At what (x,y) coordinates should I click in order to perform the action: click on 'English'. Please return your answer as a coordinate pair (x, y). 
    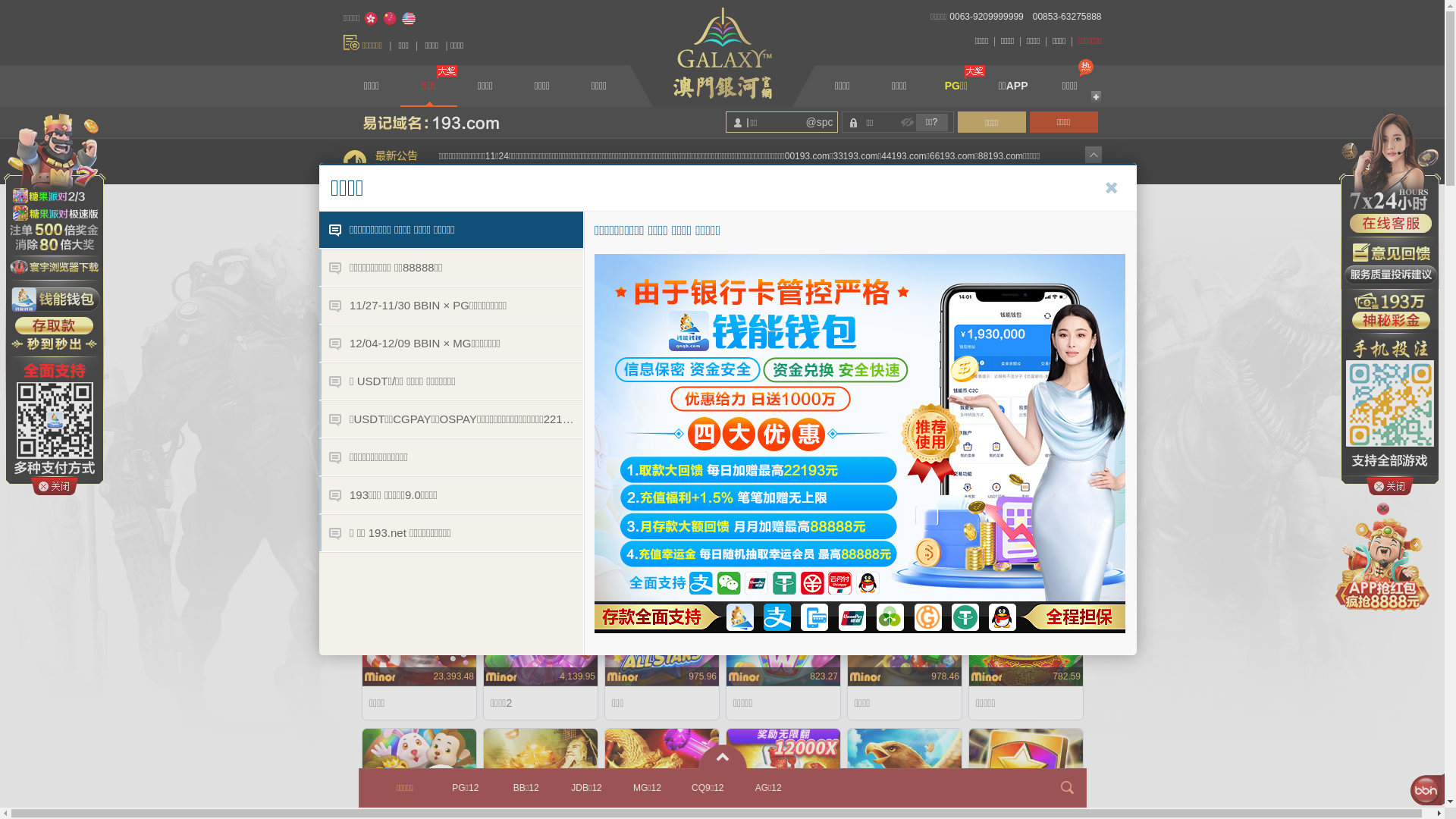
    Looking at the image, I should click on (400, 18).